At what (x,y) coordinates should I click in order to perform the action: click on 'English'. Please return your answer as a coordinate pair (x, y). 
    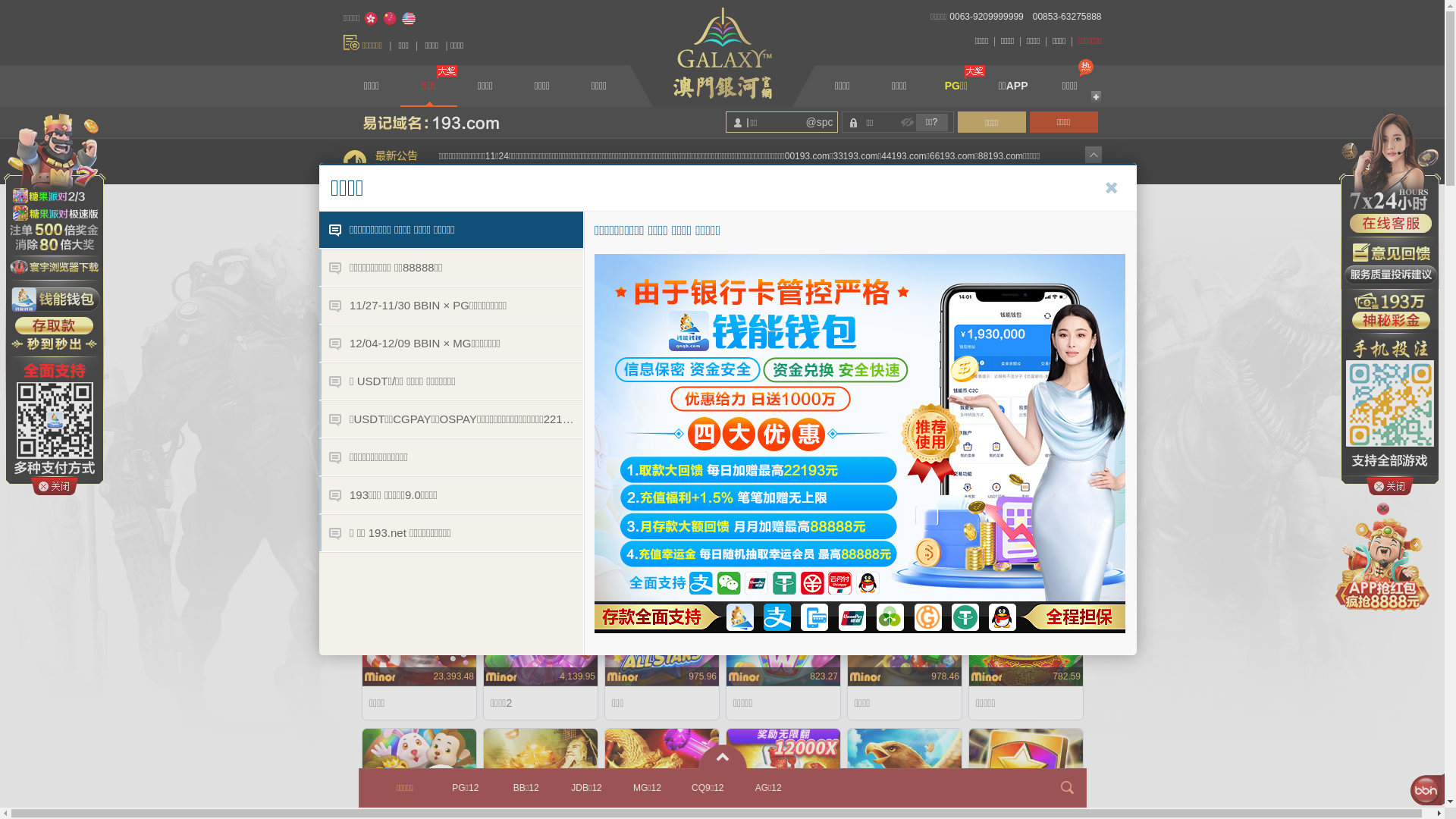
    Looking at the image, I should click on (400, 18).